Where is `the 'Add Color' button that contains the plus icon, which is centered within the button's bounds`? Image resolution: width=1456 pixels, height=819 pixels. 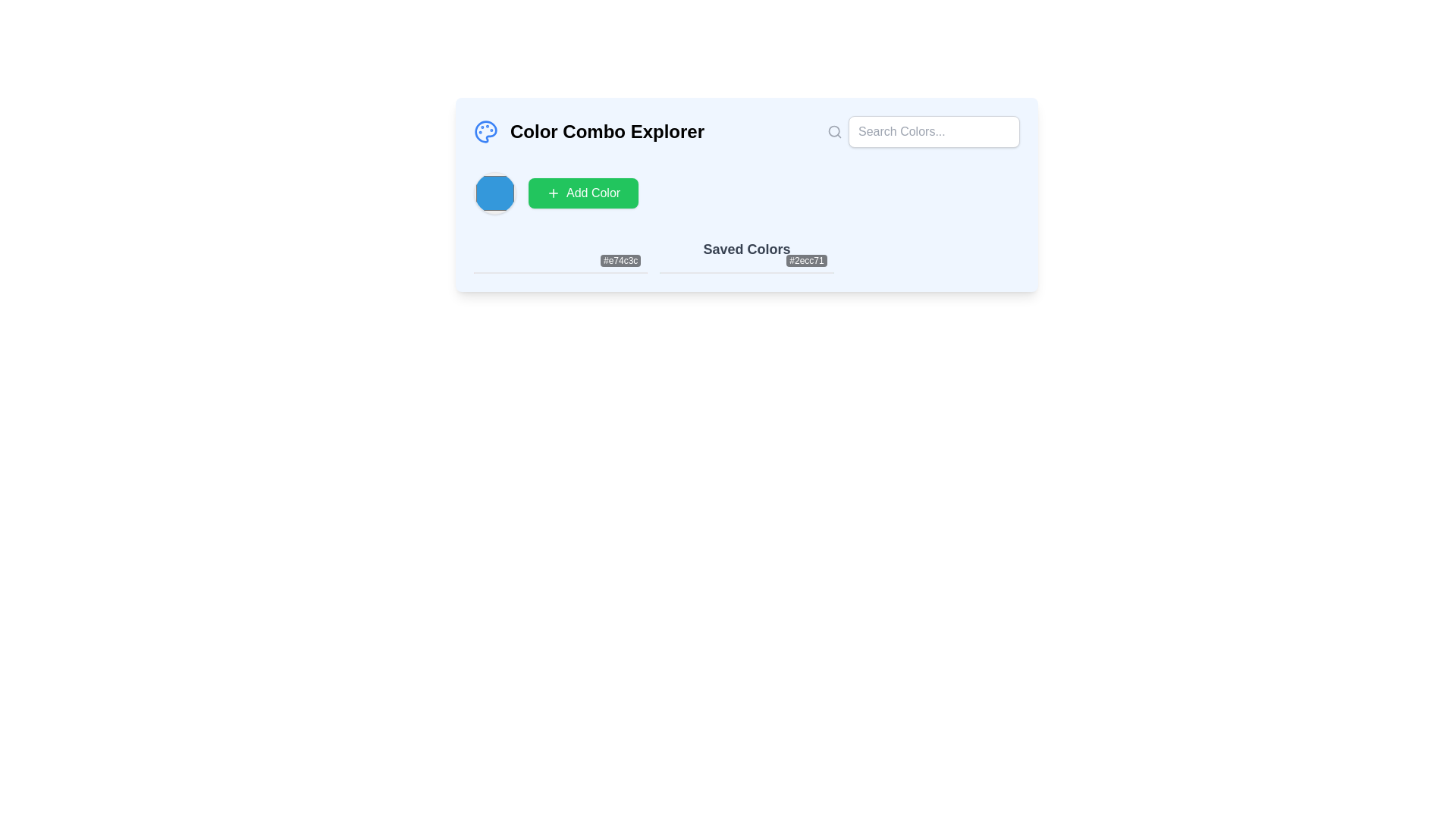
the 'Add Color' button that contains the plus icon, which is centered within the button's bounds is located at coordinates (552, 192).